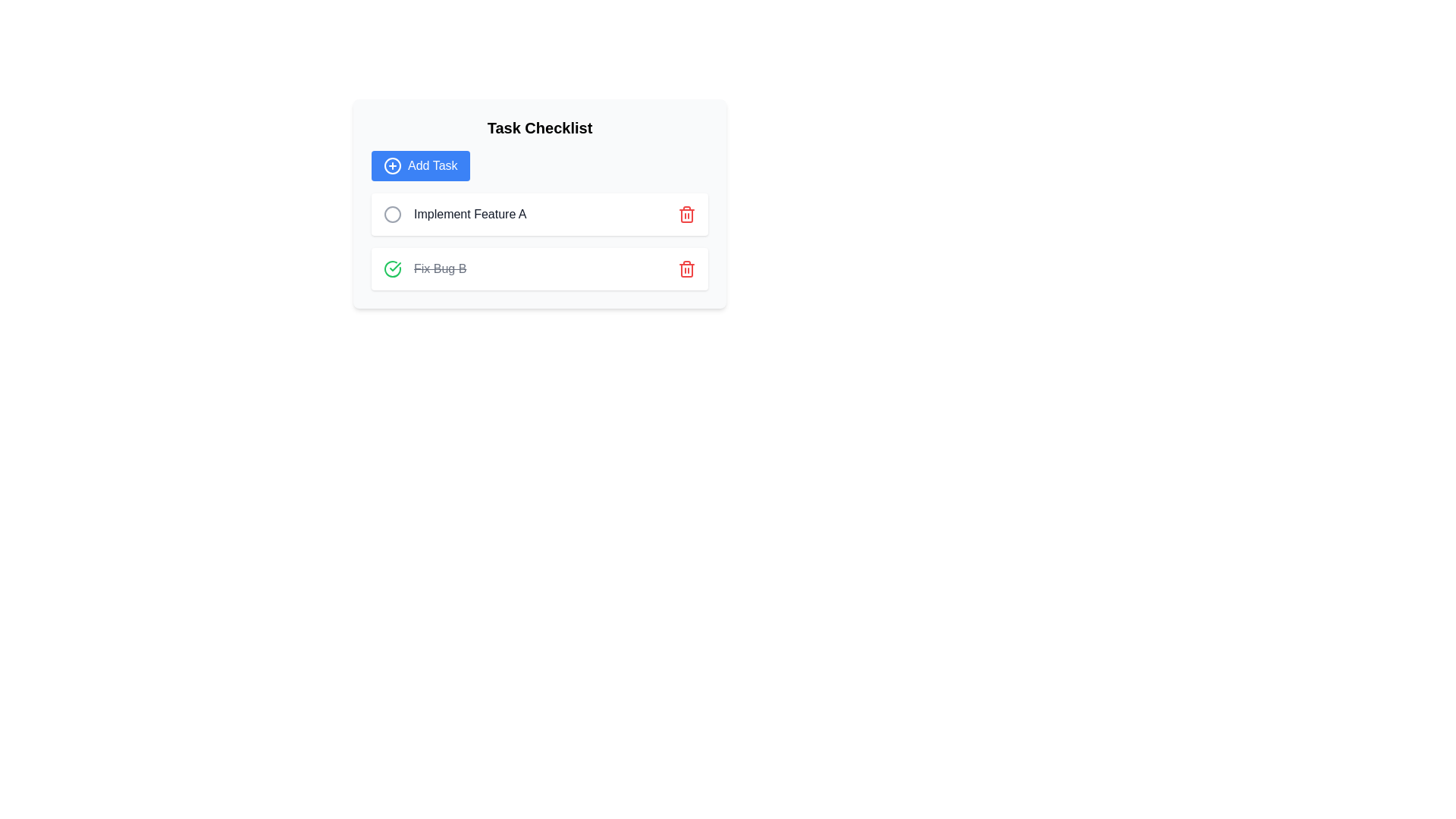 The height and width of the screenshot is (819, 1456). I want to click on the completion checkbox icon located on the left side of the task list item titled 'Fix Bug B', so click(393, 268).